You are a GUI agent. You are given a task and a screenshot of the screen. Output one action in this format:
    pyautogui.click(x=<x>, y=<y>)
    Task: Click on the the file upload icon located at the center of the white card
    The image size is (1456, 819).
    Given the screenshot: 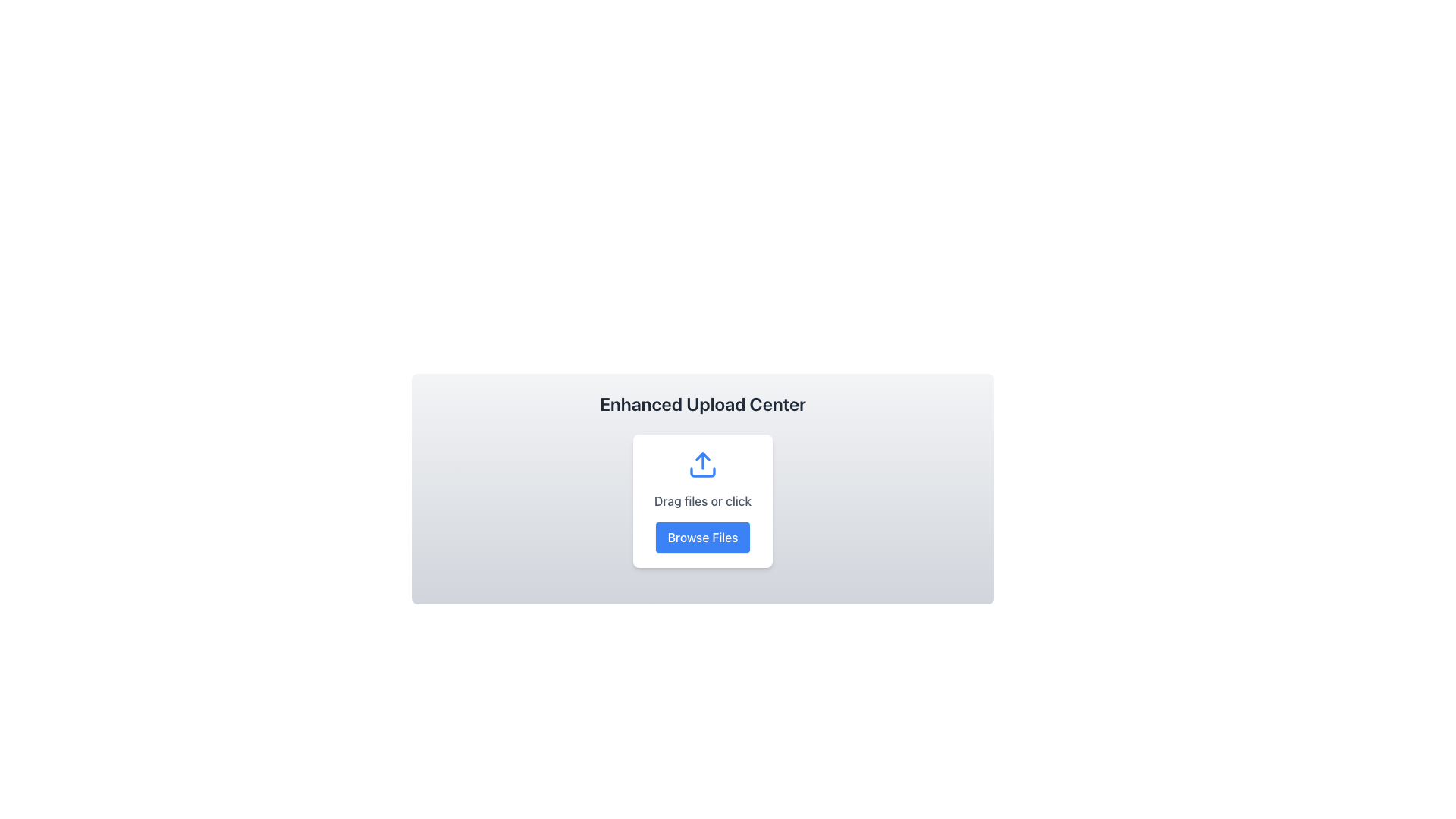 What is the action you would take?
    pyautogui.click(x=701, y=464)
    